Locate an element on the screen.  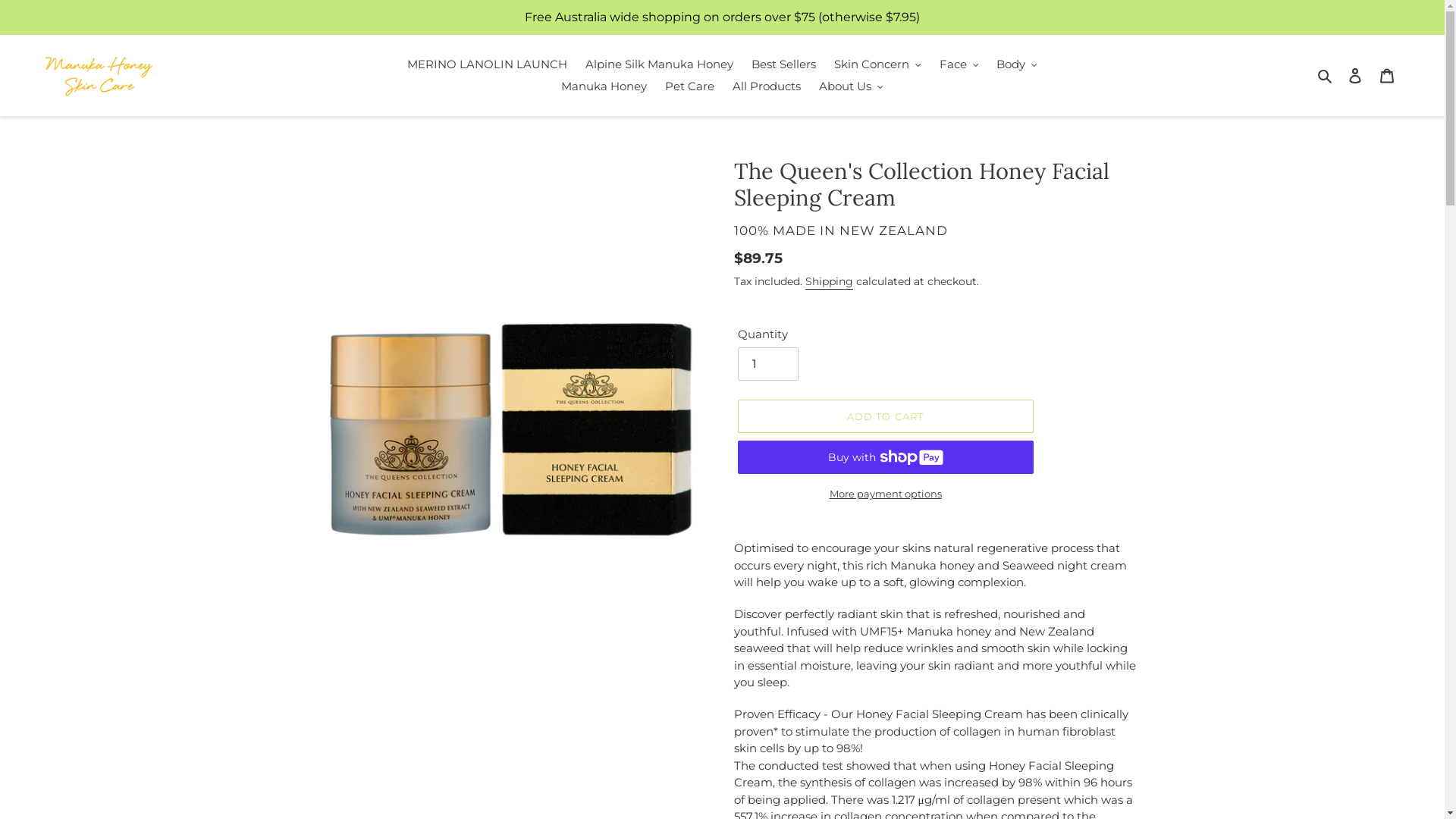
'Face' is located at coordinates (959, 64).